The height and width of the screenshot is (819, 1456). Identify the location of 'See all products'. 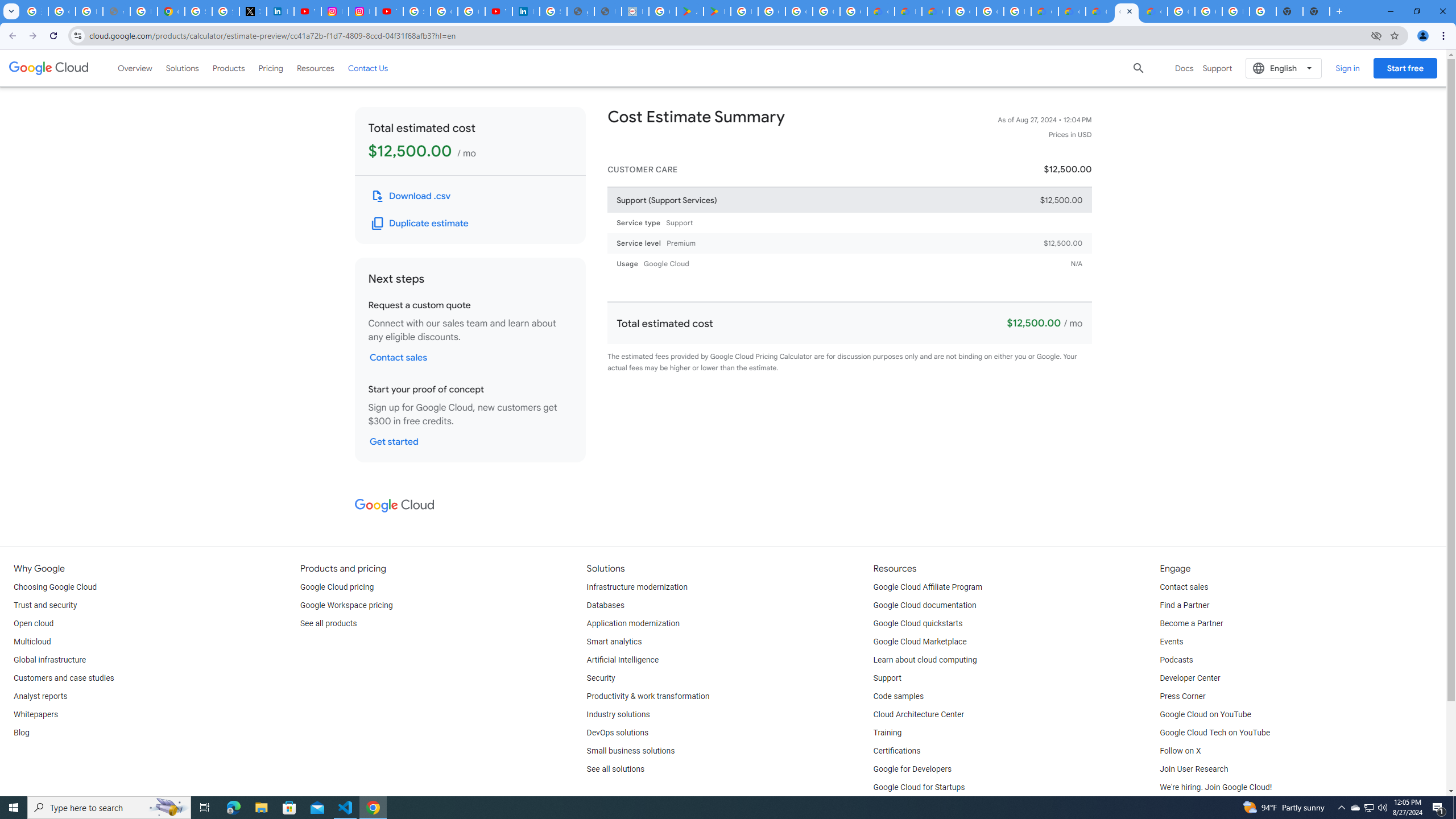
(328, 623).